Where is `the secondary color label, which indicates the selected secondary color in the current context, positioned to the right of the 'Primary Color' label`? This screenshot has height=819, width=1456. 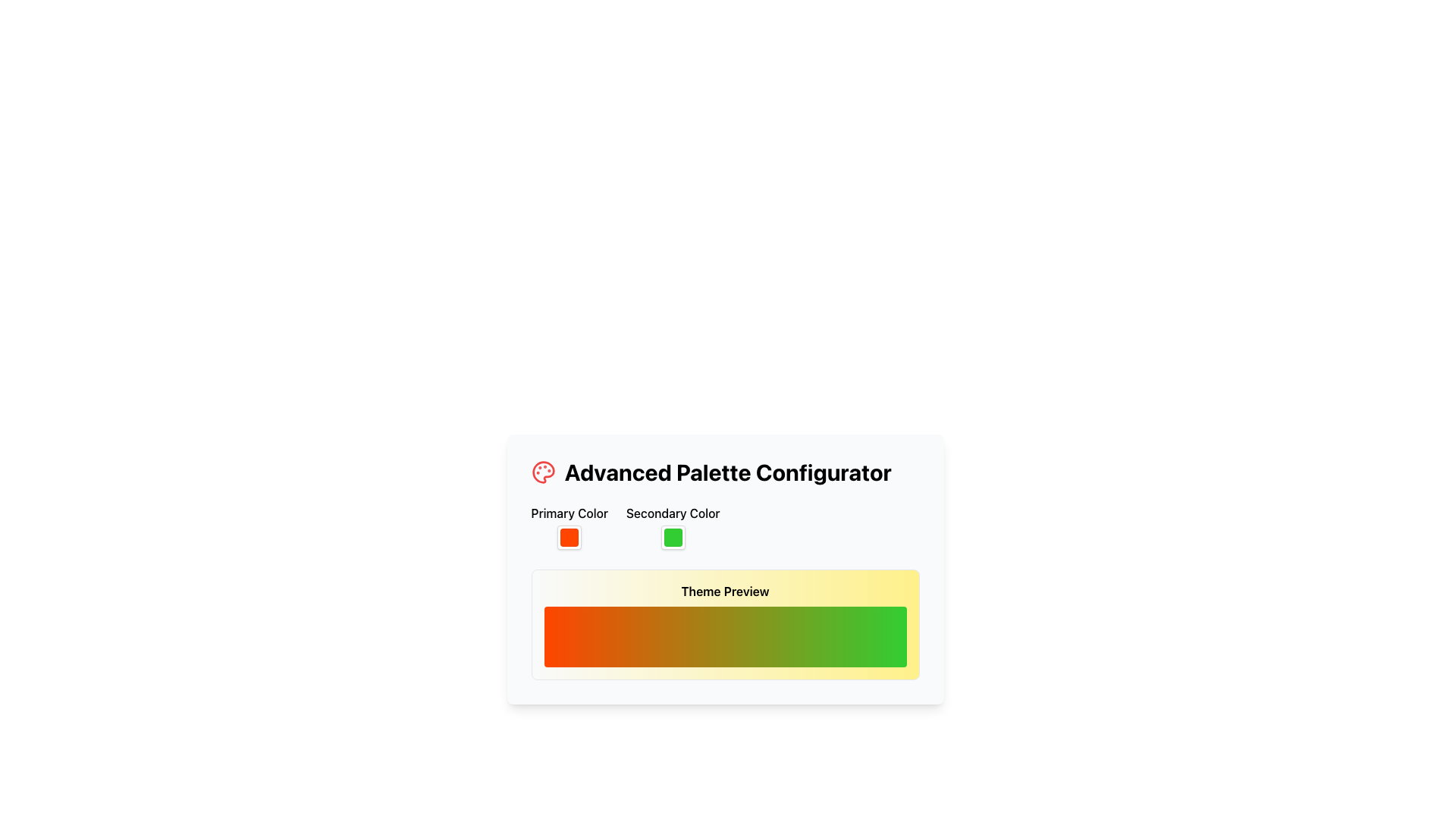 the secondary color label, which indicates the selected secondary color in the current context, positioned to the right of the 'Primary Color' label is located at coordinates (672, 526).